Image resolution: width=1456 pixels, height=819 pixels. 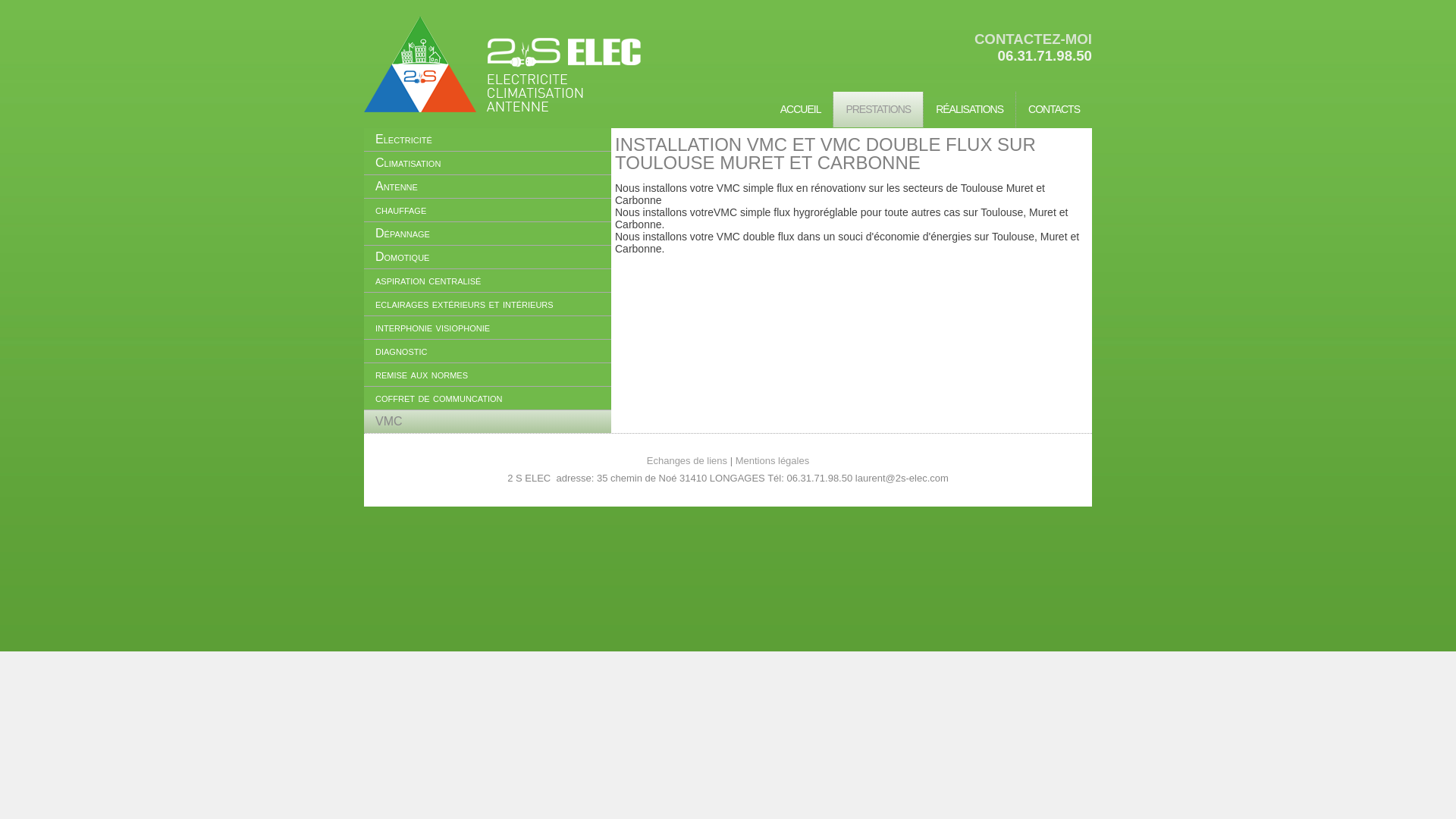 I want to click on 'ACCUEIL', so click(x=800, y=108).